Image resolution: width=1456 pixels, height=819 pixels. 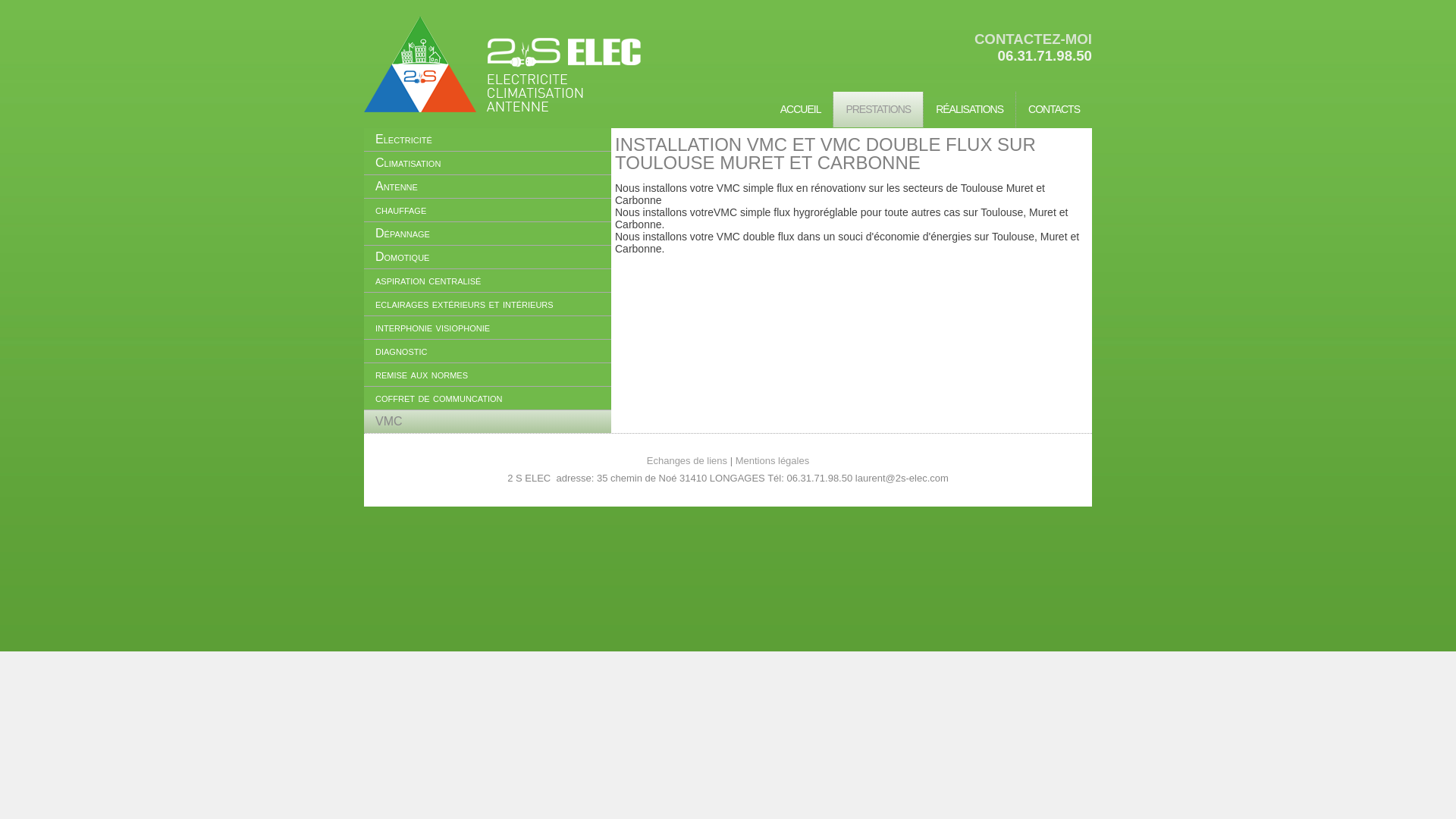 I want to click on 'ACCUEIL', so click(x=800, y=108).